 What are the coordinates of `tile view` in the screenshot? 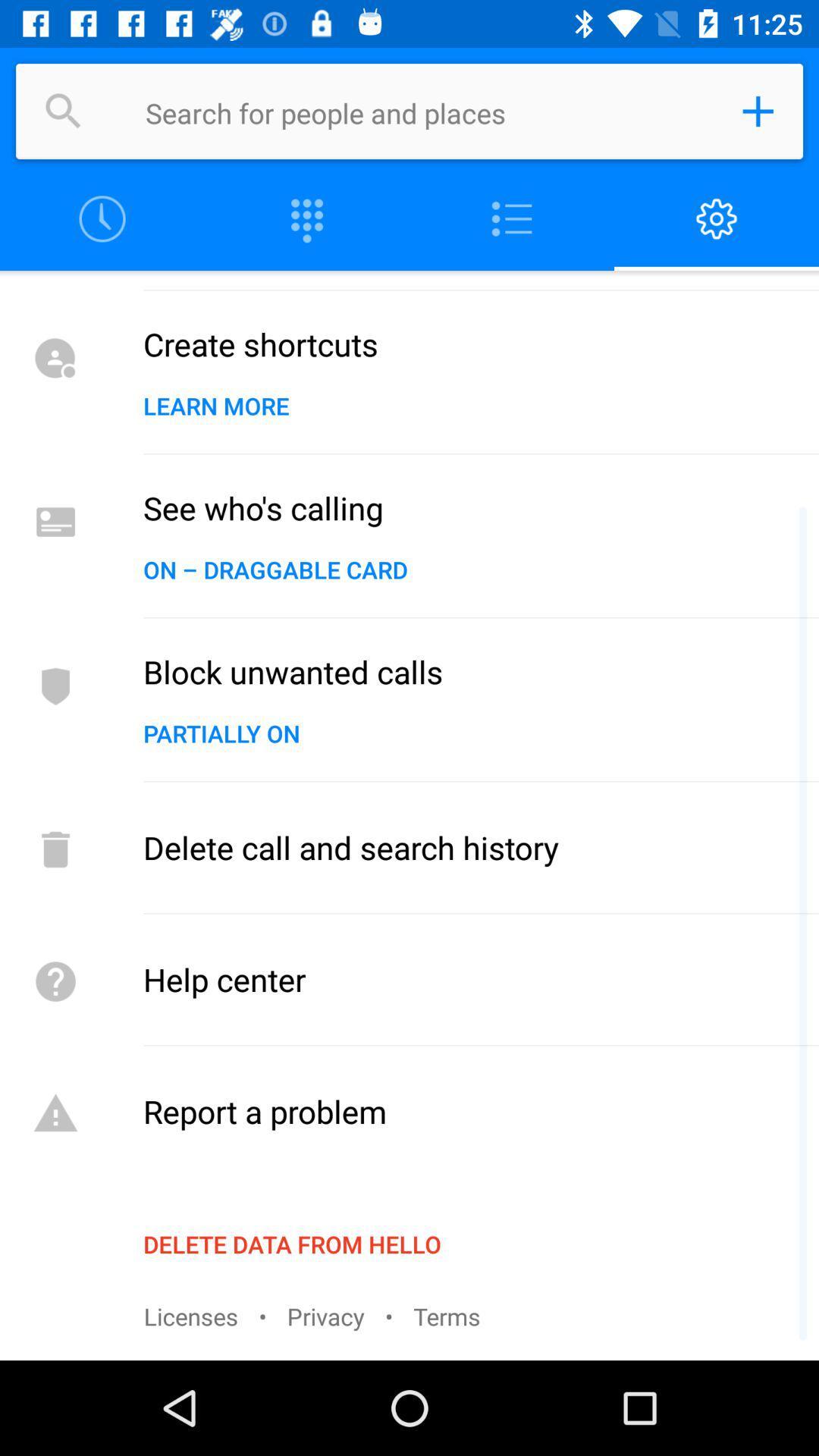 It's located at (307, 218).